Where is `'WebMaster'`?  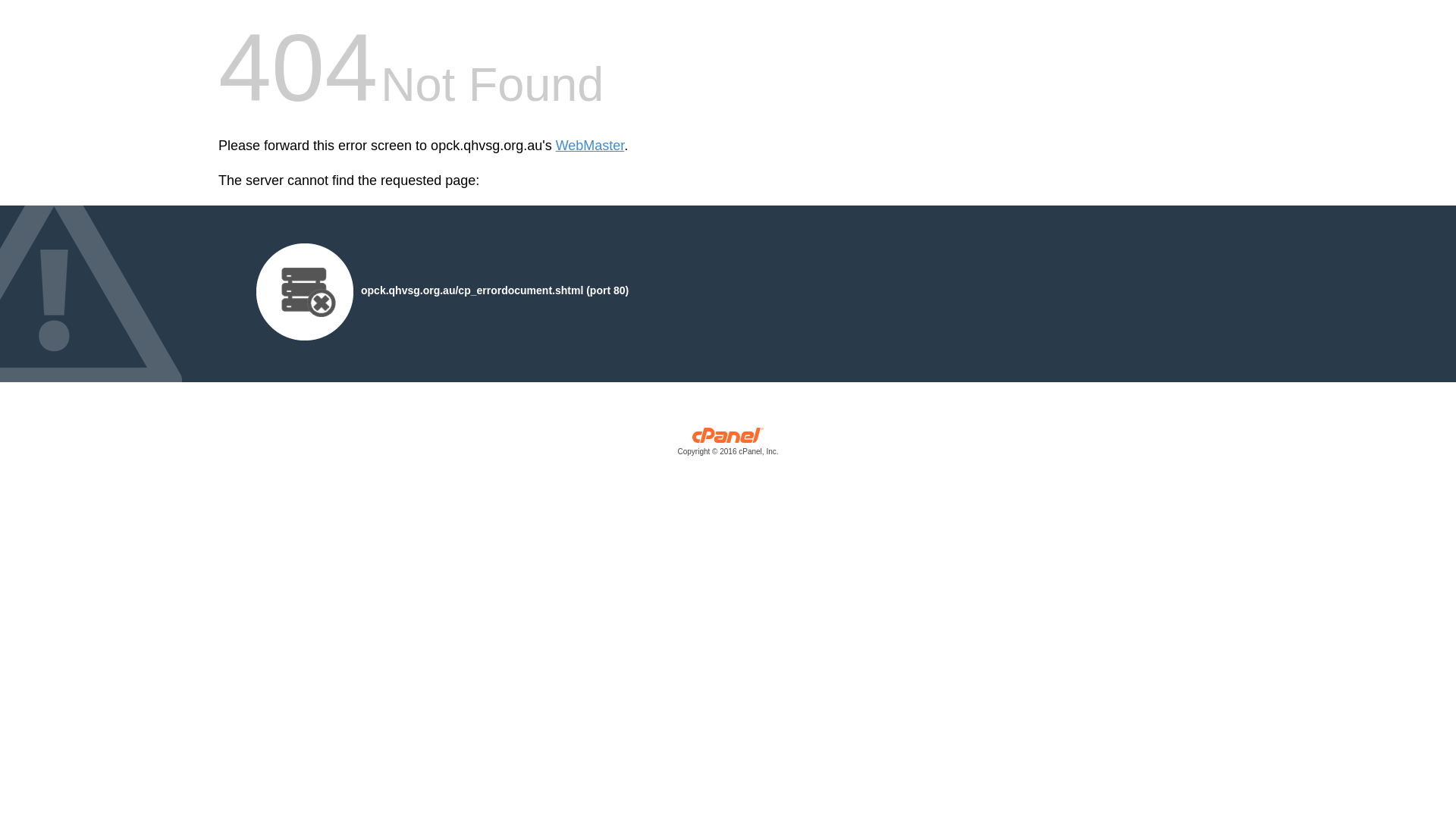
'WebMaster' is located at coordinates (589, 146).